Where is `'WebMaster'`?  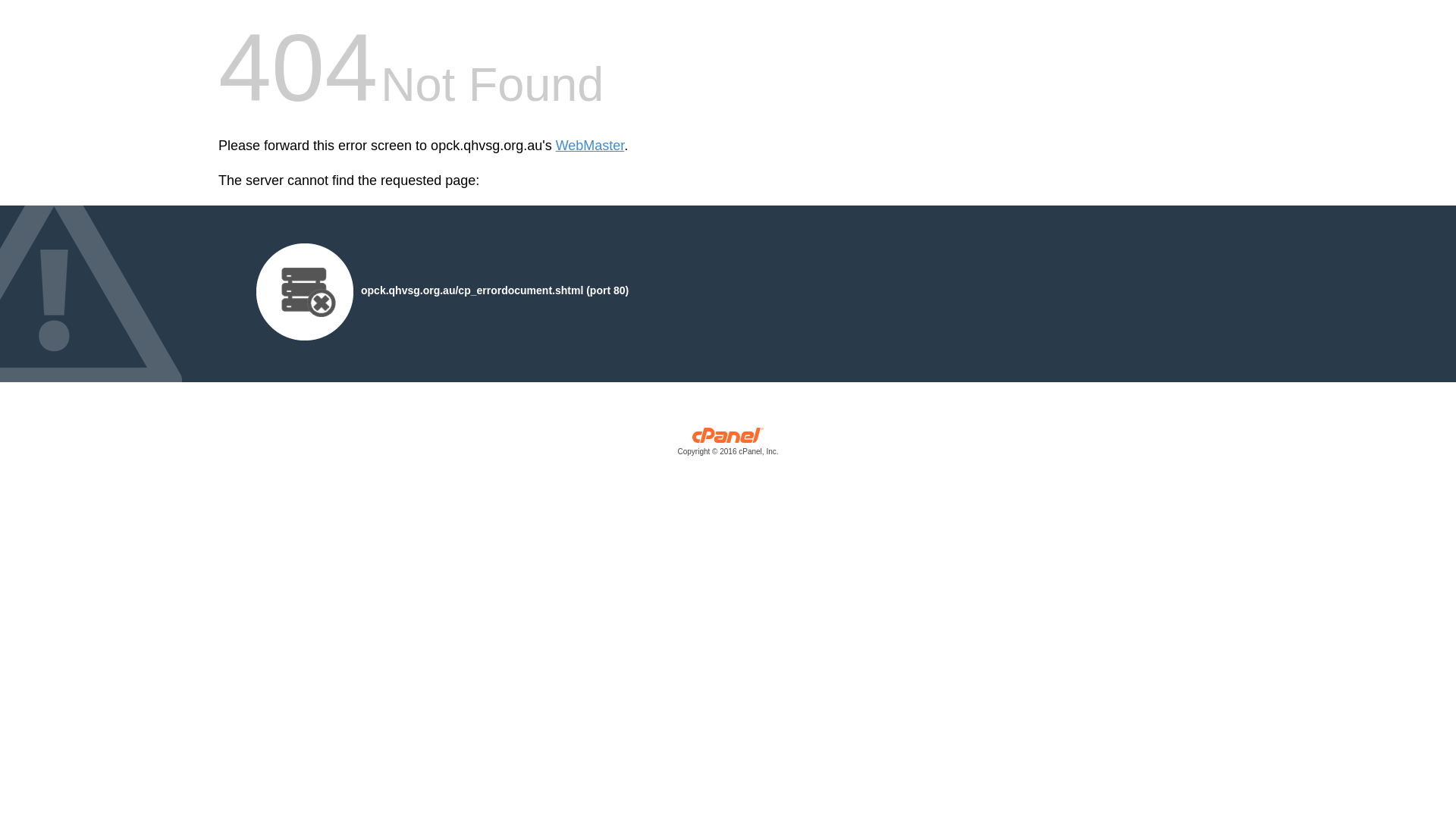
'WebMaster' is located at coordinates (589, 146).